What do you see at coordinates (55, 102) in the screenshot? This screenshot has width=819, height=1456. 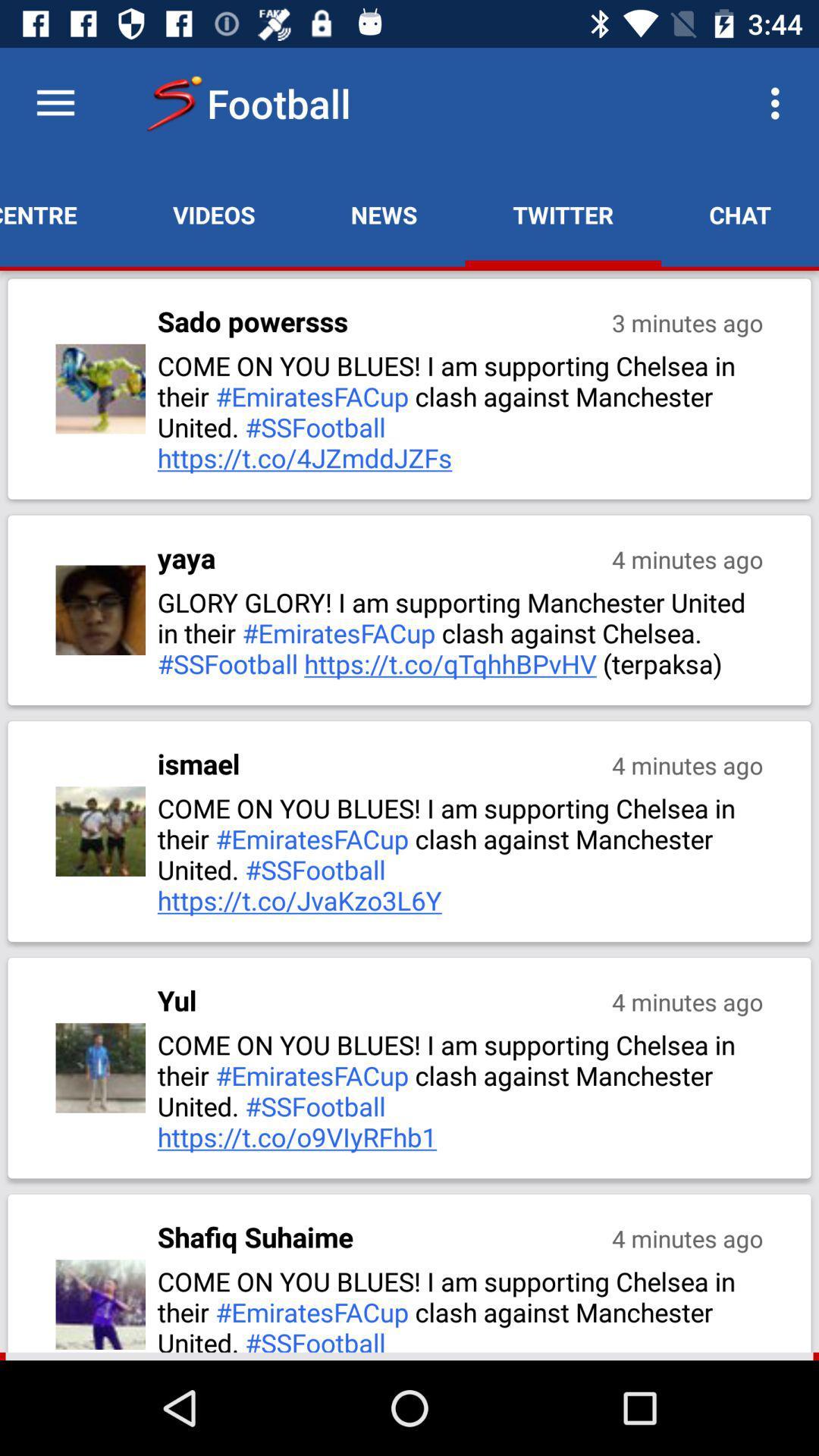 I see `show menu` at bounding box center [55, 102].